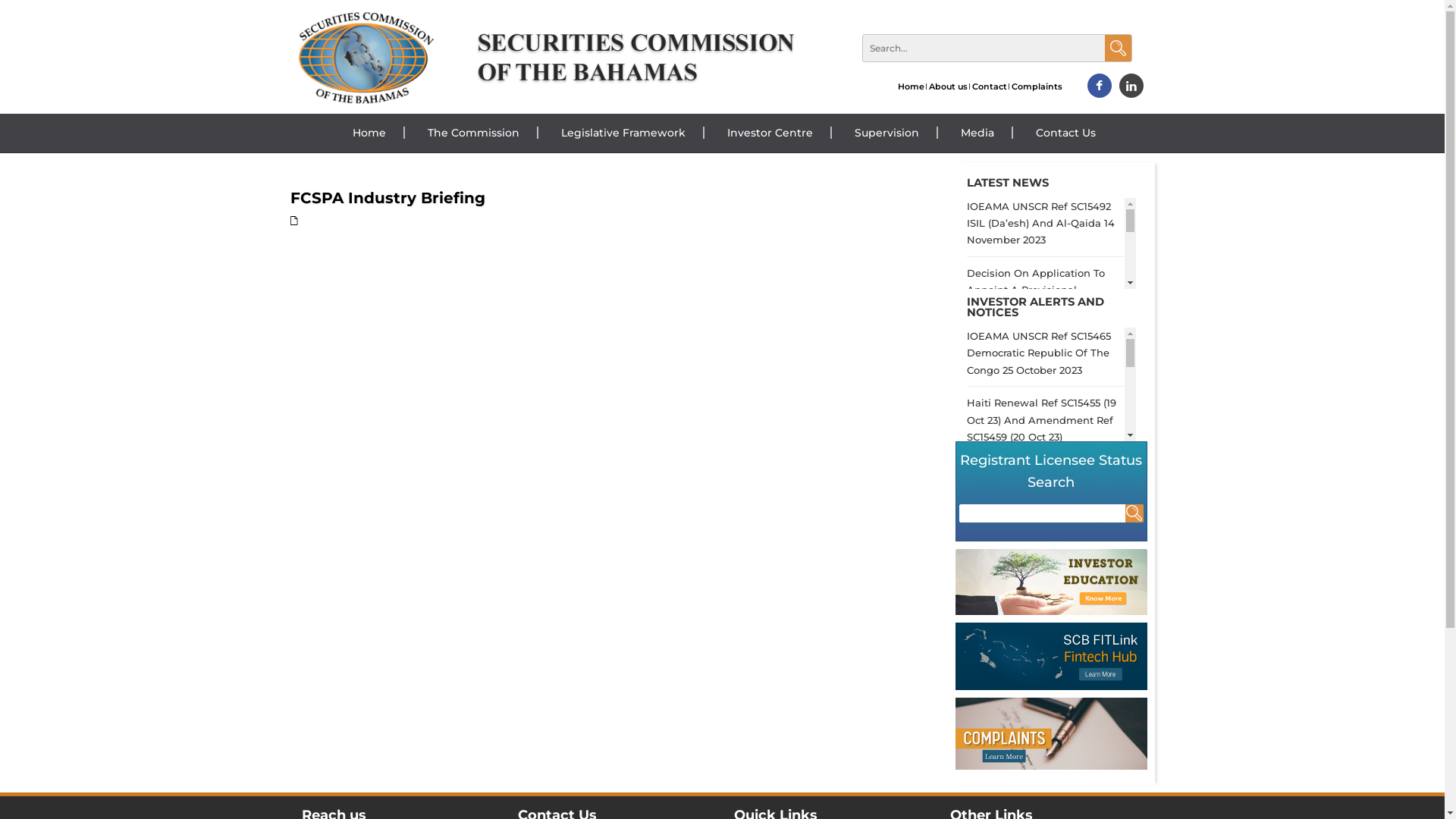  What do you see at coordinates (1034, 307) in the screenshot?
I see `'INVESTOR ALERTS AND NOTICES'` at bounding box center [1034, 307].